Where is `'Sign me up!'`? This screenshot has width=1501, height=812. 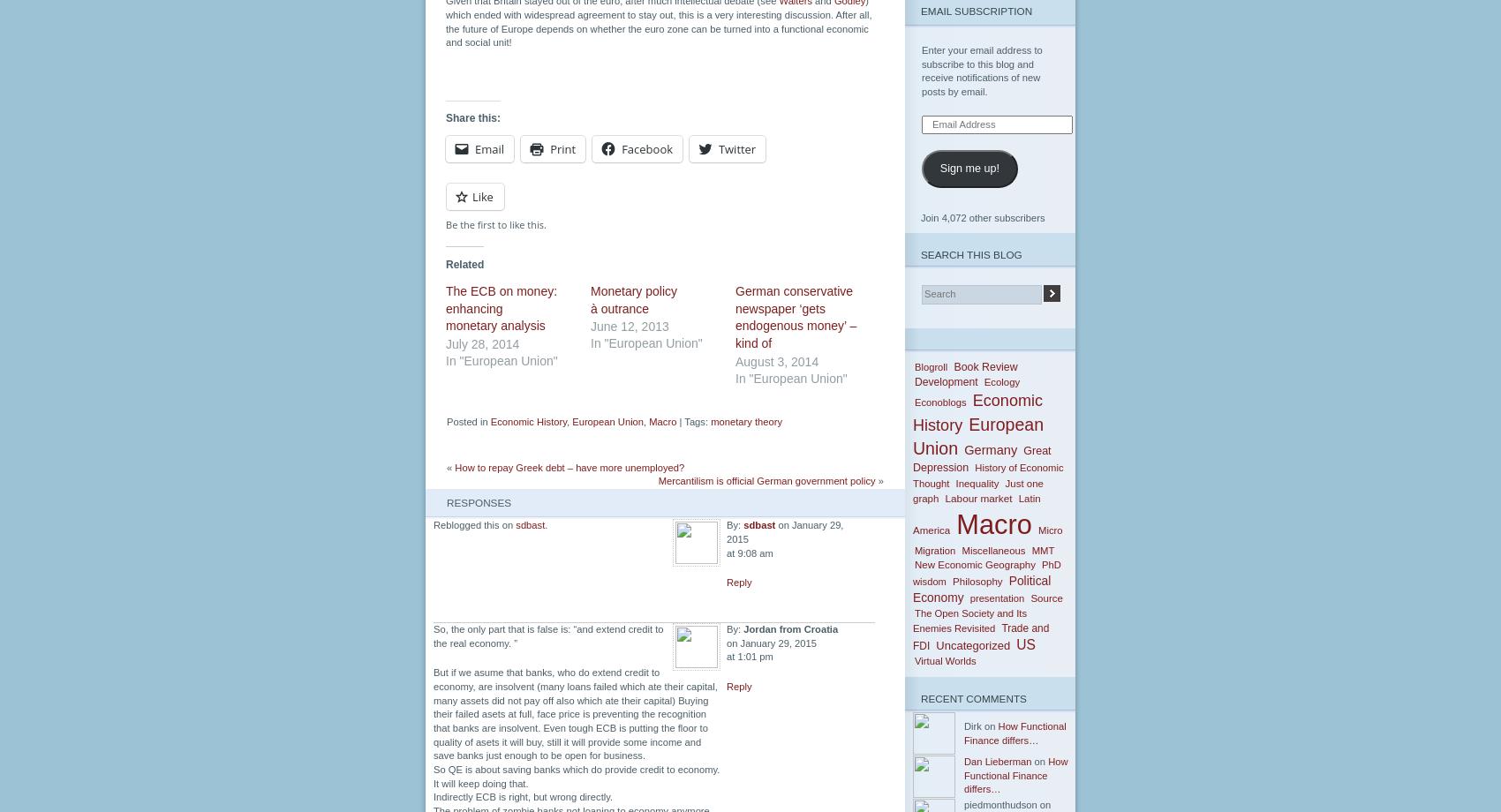 'Sign me up!' is located at coordinates (939, 166).